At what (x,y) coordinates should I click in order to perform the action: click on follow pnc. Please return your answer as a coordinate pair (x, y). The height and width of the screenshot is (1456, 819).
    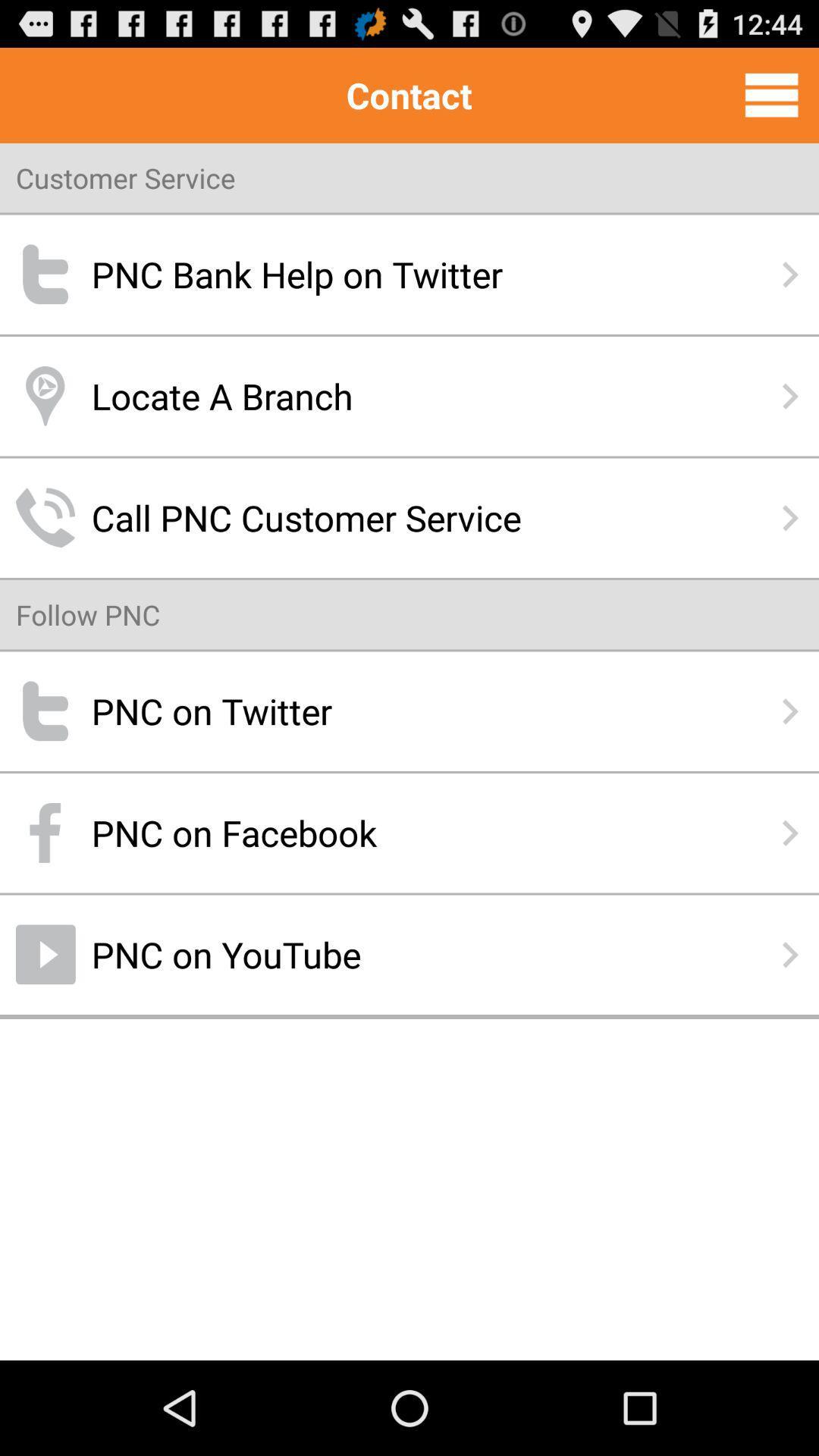
    Looking at the image, I should click on (88, 614).